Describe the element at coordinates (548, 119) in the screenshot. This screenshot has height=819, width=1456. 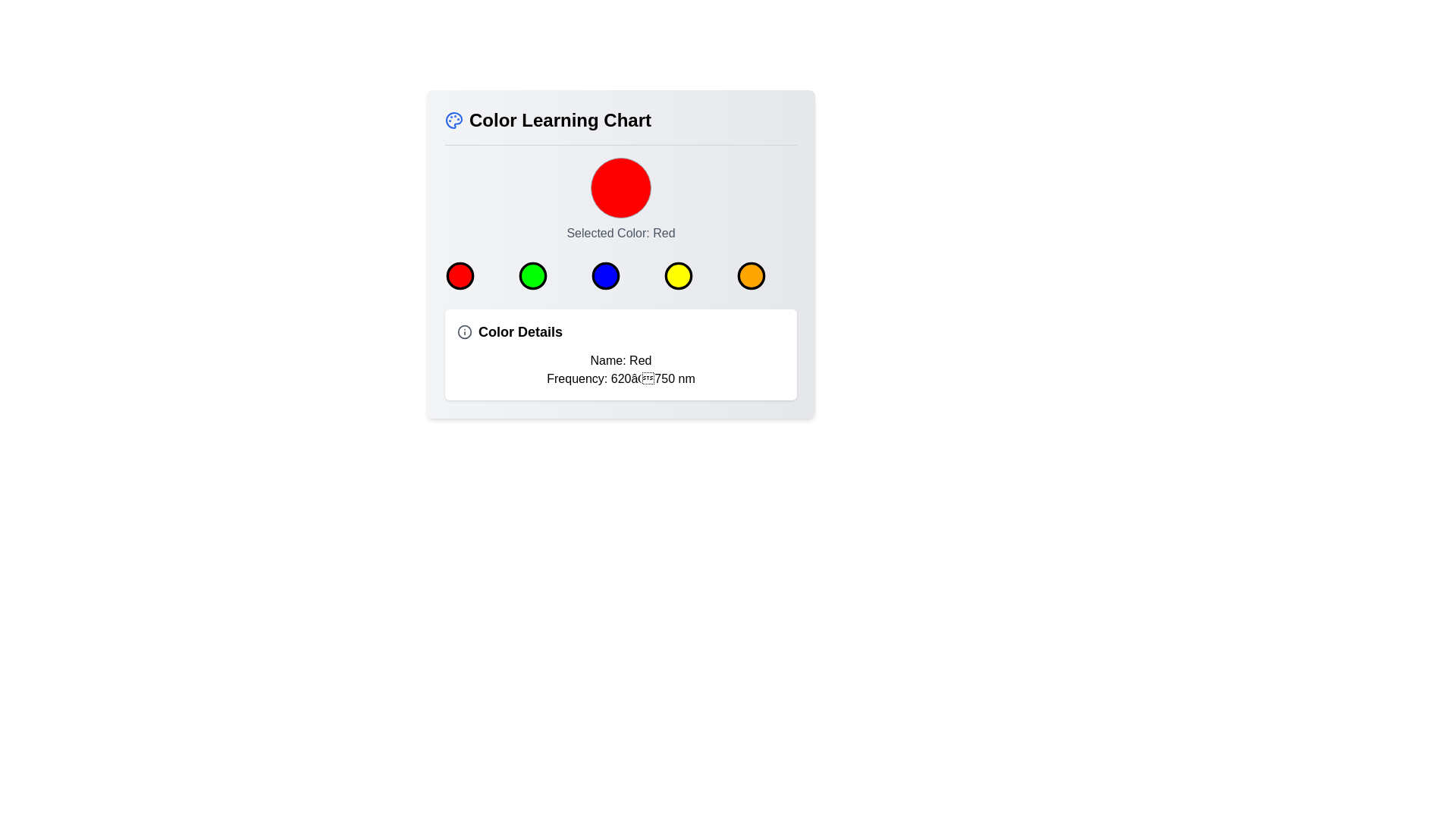
I see `the 'Color Learning Chart' header text for copying by clicking on it` at that location.